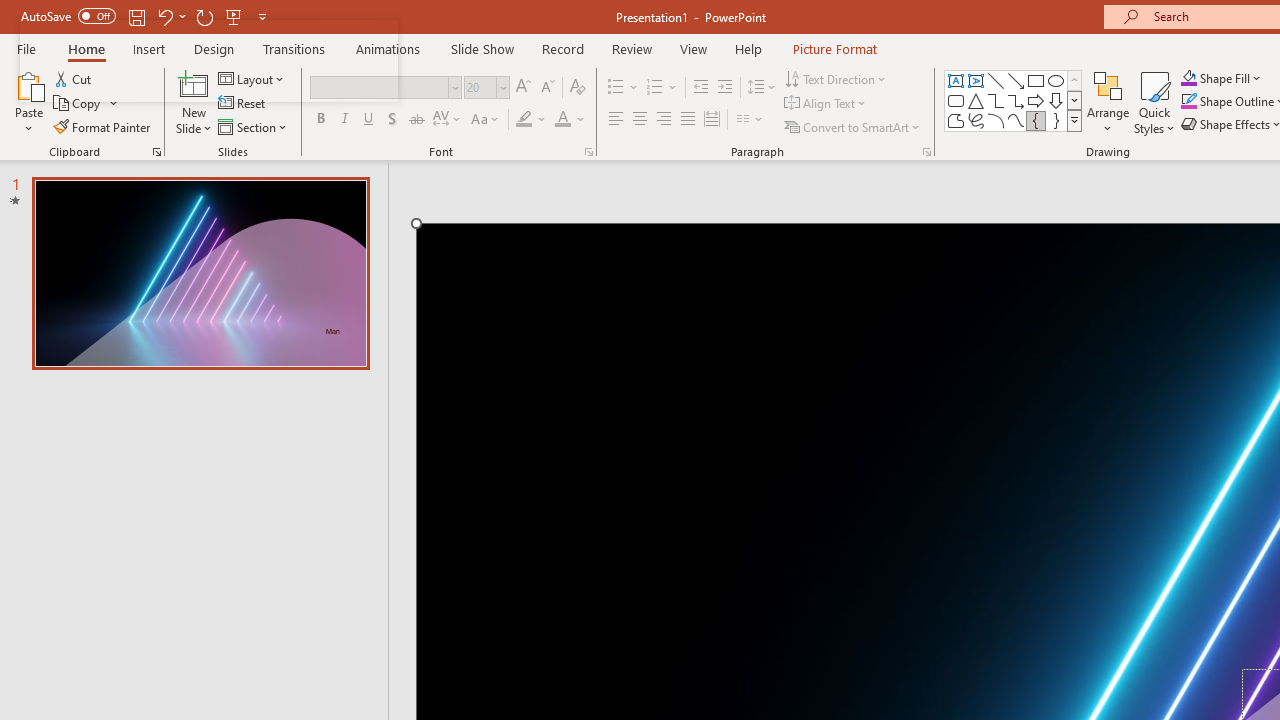 The width and height of the screenshot is (1280, 720). What do you see at coordinates (1189, 77) in the screenshot?
I see `'Shape Fill Orange, Accent 2'` at bounding box center [1189, 77].